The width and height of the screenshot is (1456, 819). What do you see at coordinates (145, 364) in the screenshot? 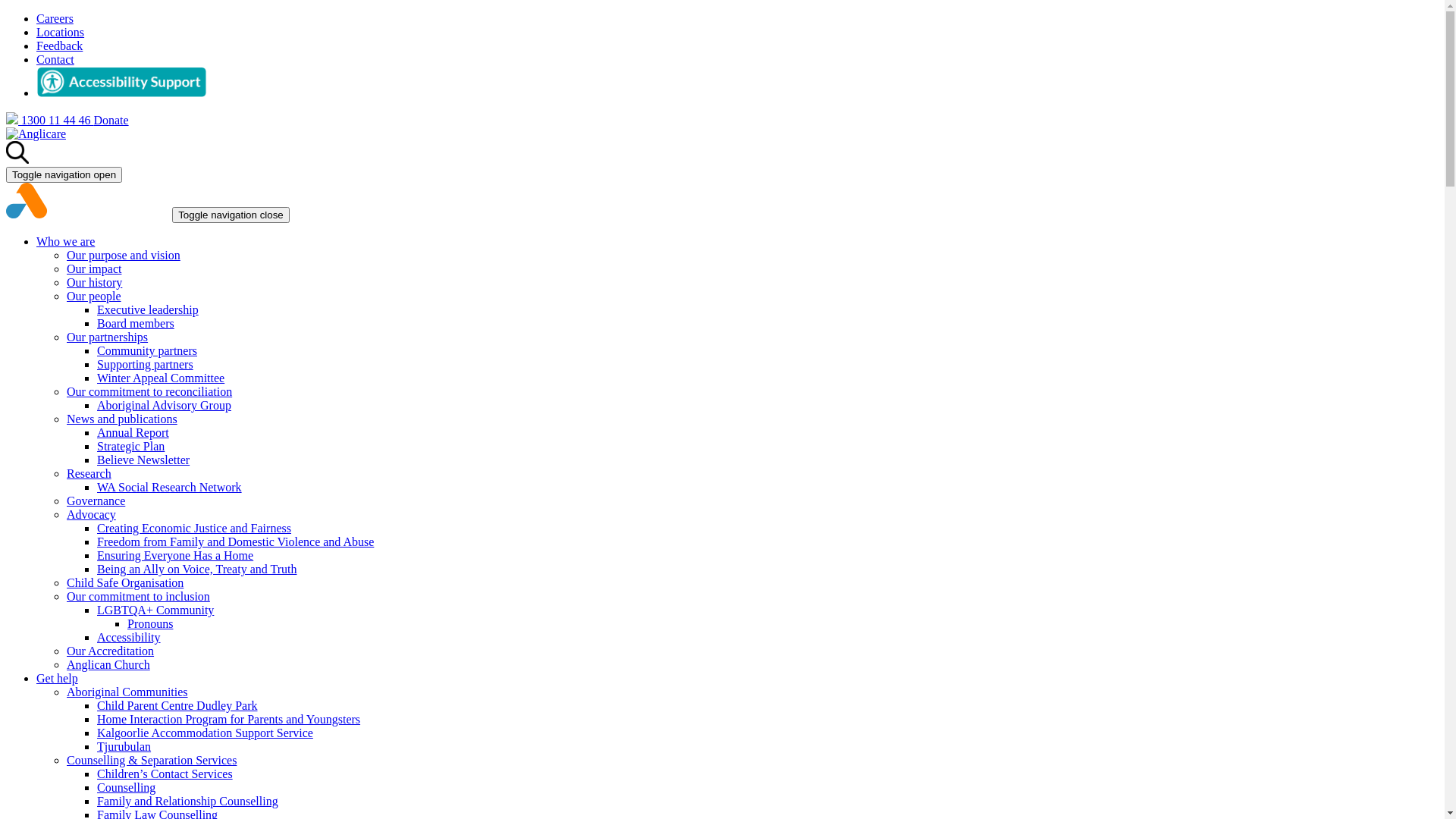
I see `'Supporting partners'` at bounding box center [145, 364].